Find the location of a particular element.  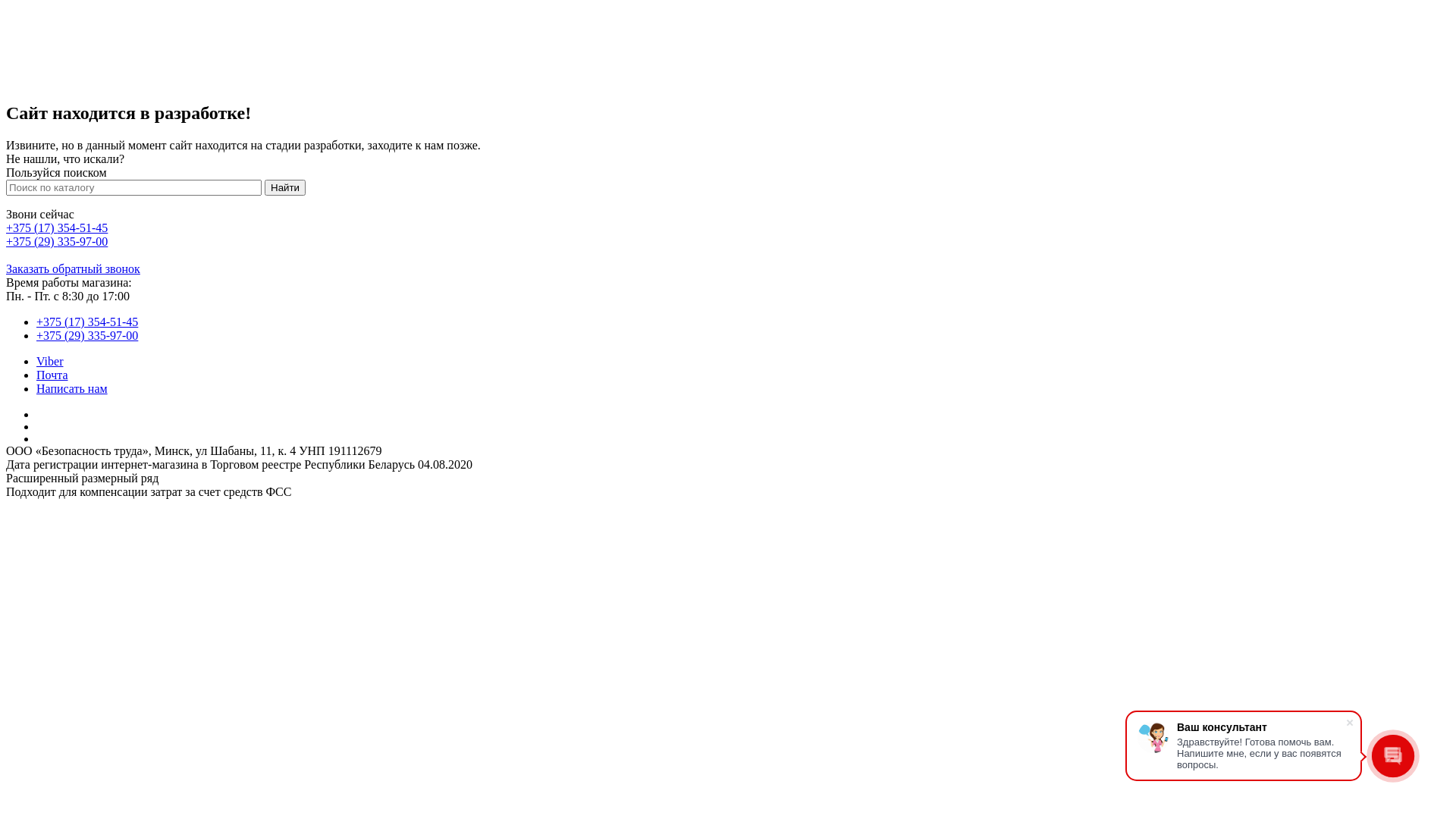

'Viber' is located at coordinates (49, 361).